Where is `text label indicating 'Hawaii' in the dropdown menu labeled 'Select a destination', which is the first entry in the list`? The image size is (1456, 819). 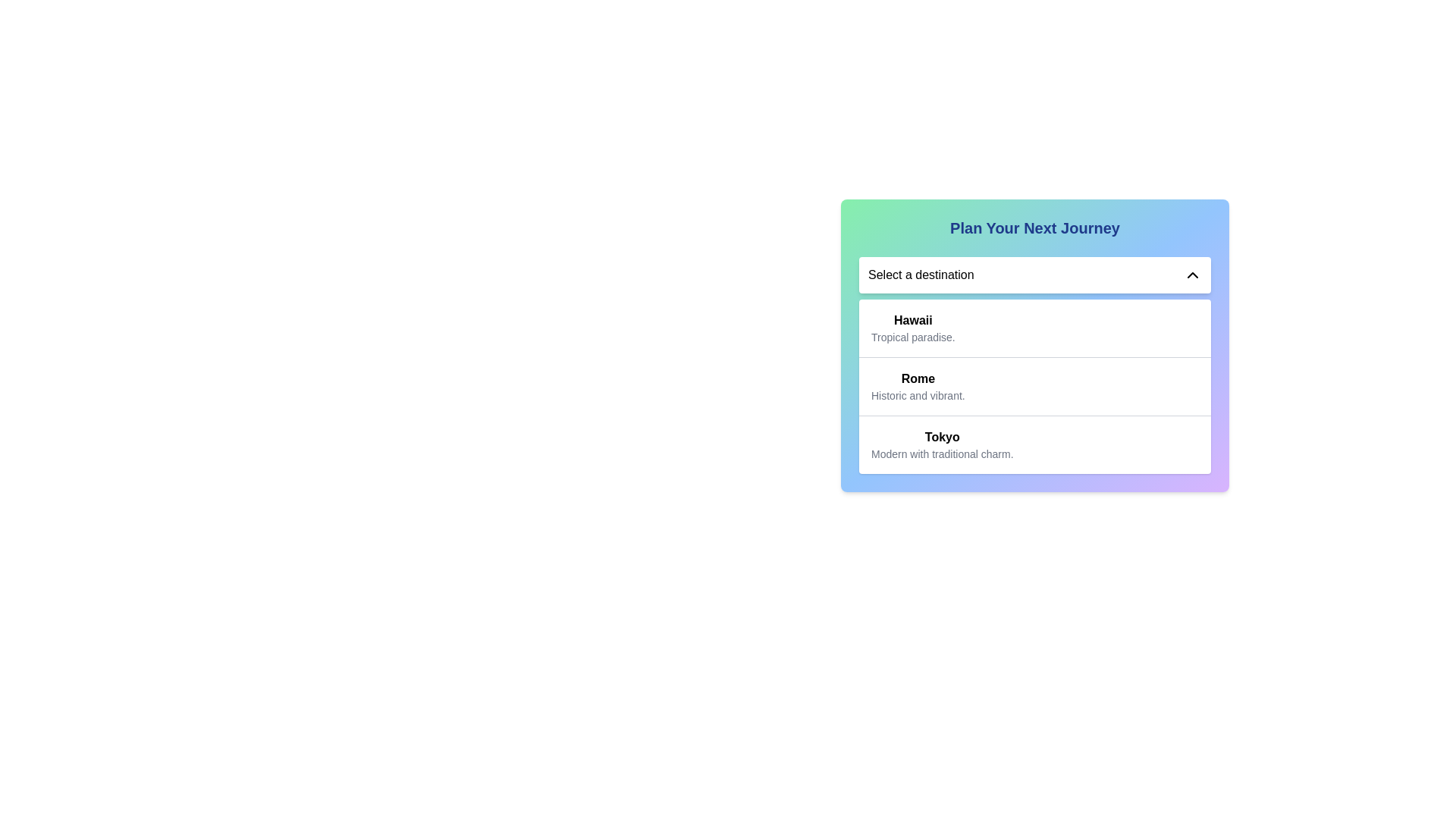 text label indicating 'Hawaii' in the dropdown menu labeled 'Select a destination', which is the first entry in the list is located at coordinates (912, 320).